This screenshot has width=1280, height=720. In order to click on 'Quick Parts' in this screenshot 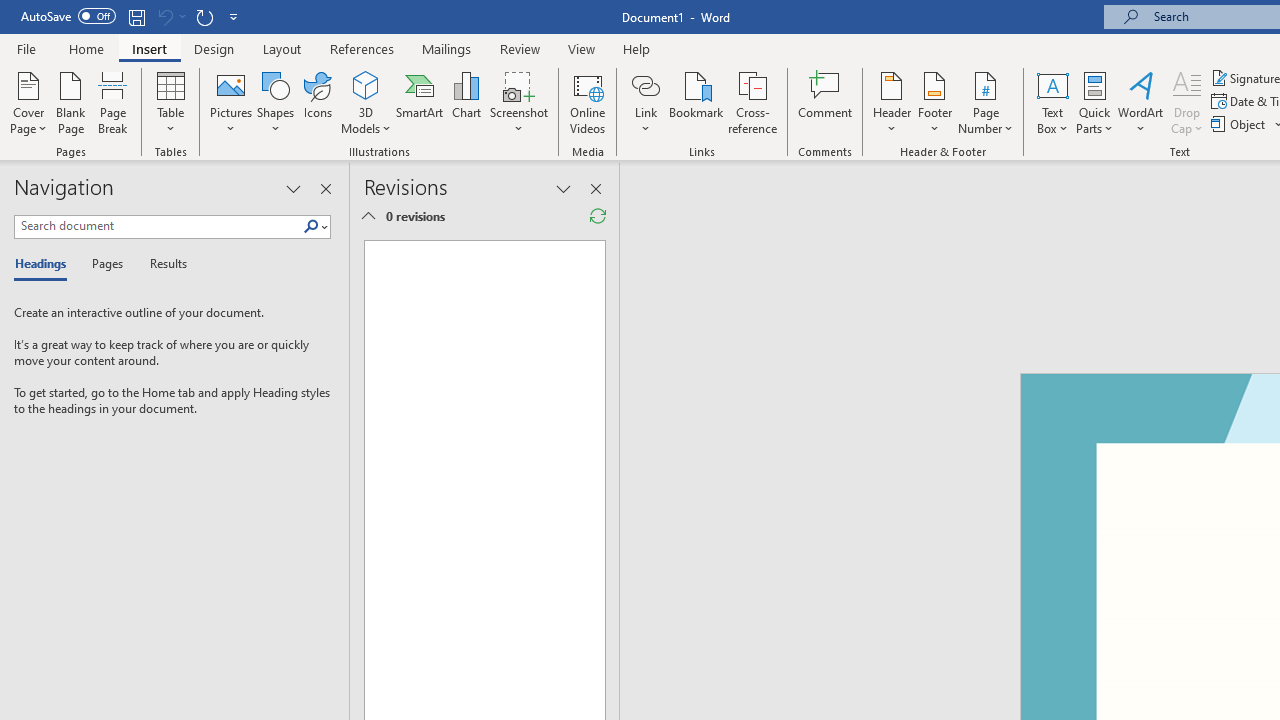, I will do `click(1094, 103)`.